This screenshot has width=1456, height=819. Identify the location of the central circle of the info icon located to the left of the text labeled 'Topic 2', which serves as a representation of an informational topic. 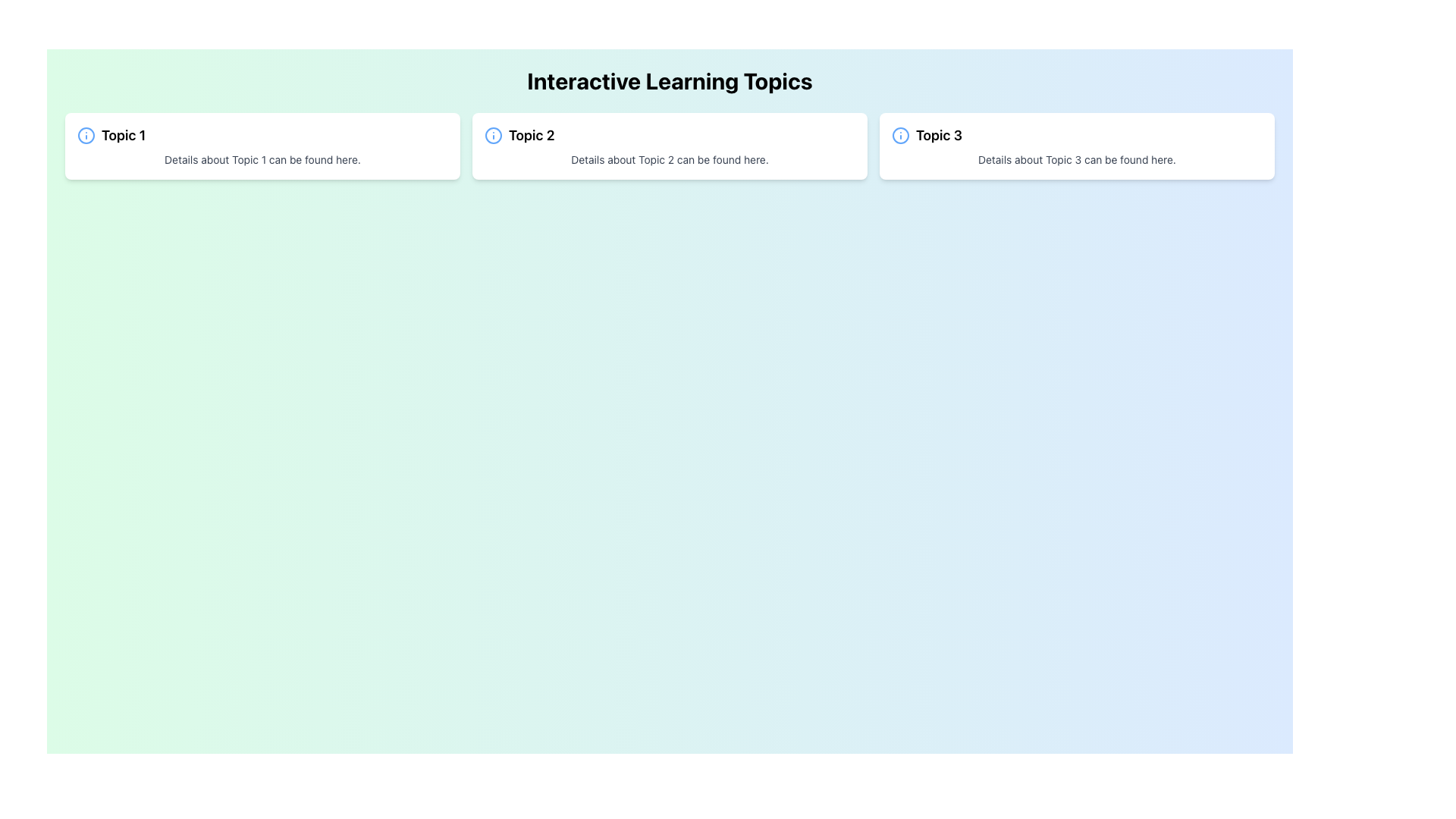
(494, 134).